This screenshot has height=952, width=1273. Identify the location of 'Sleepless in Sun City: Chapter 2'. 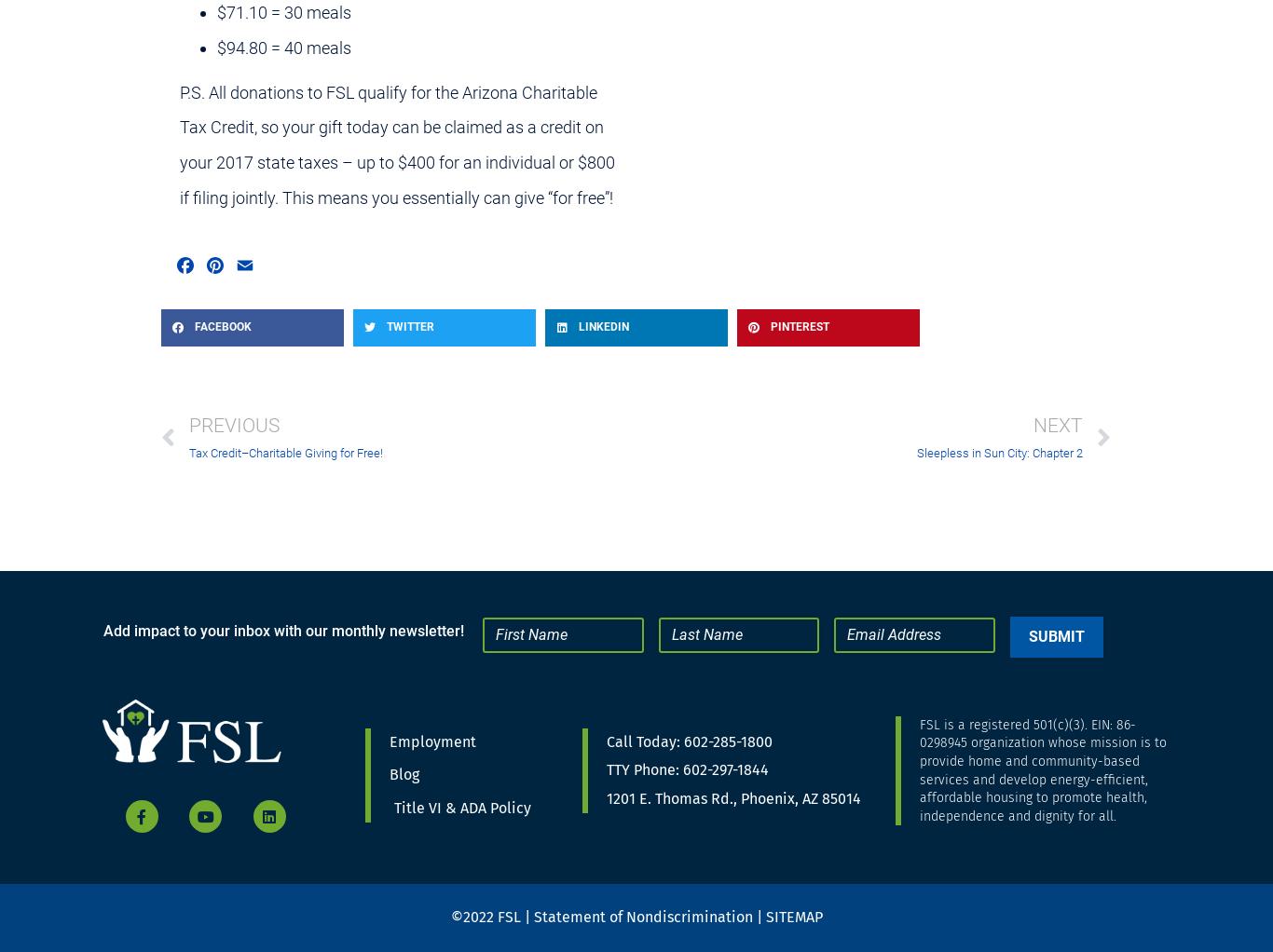
(998, 453).